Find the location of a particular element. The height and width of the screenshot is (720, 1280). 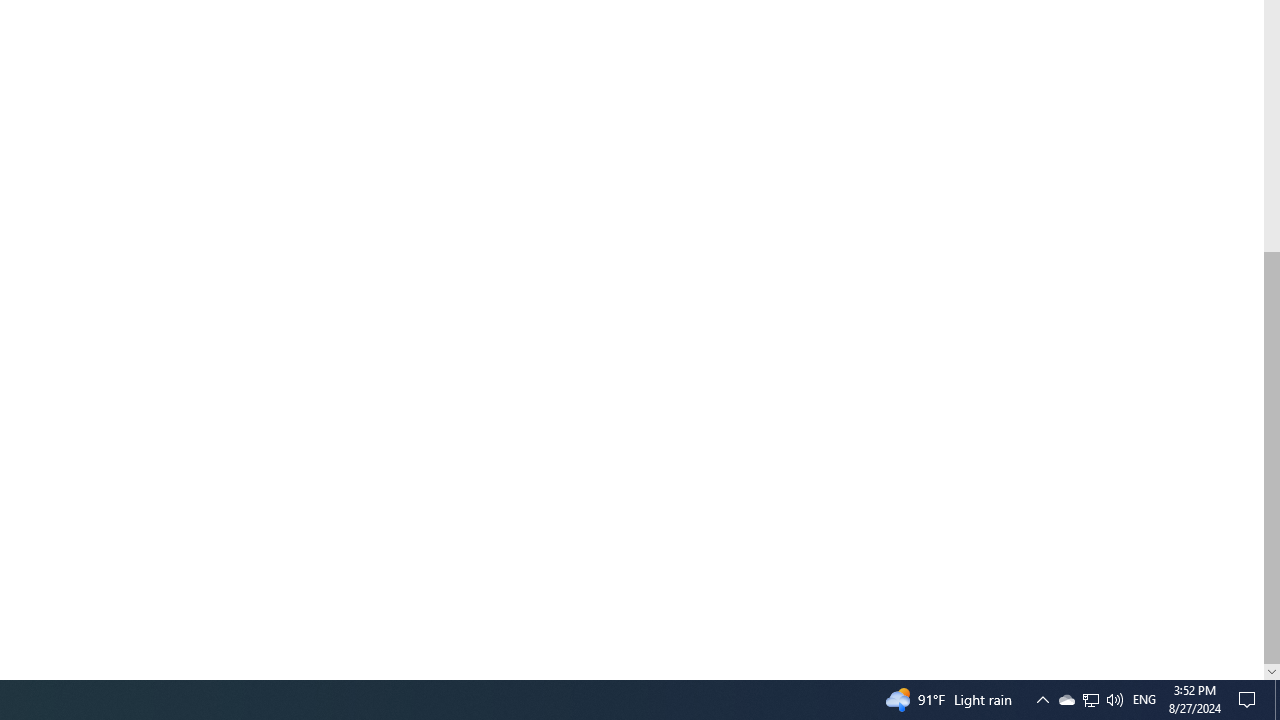

'Vertical Small Increase' is located at coordinates (1271, 671).